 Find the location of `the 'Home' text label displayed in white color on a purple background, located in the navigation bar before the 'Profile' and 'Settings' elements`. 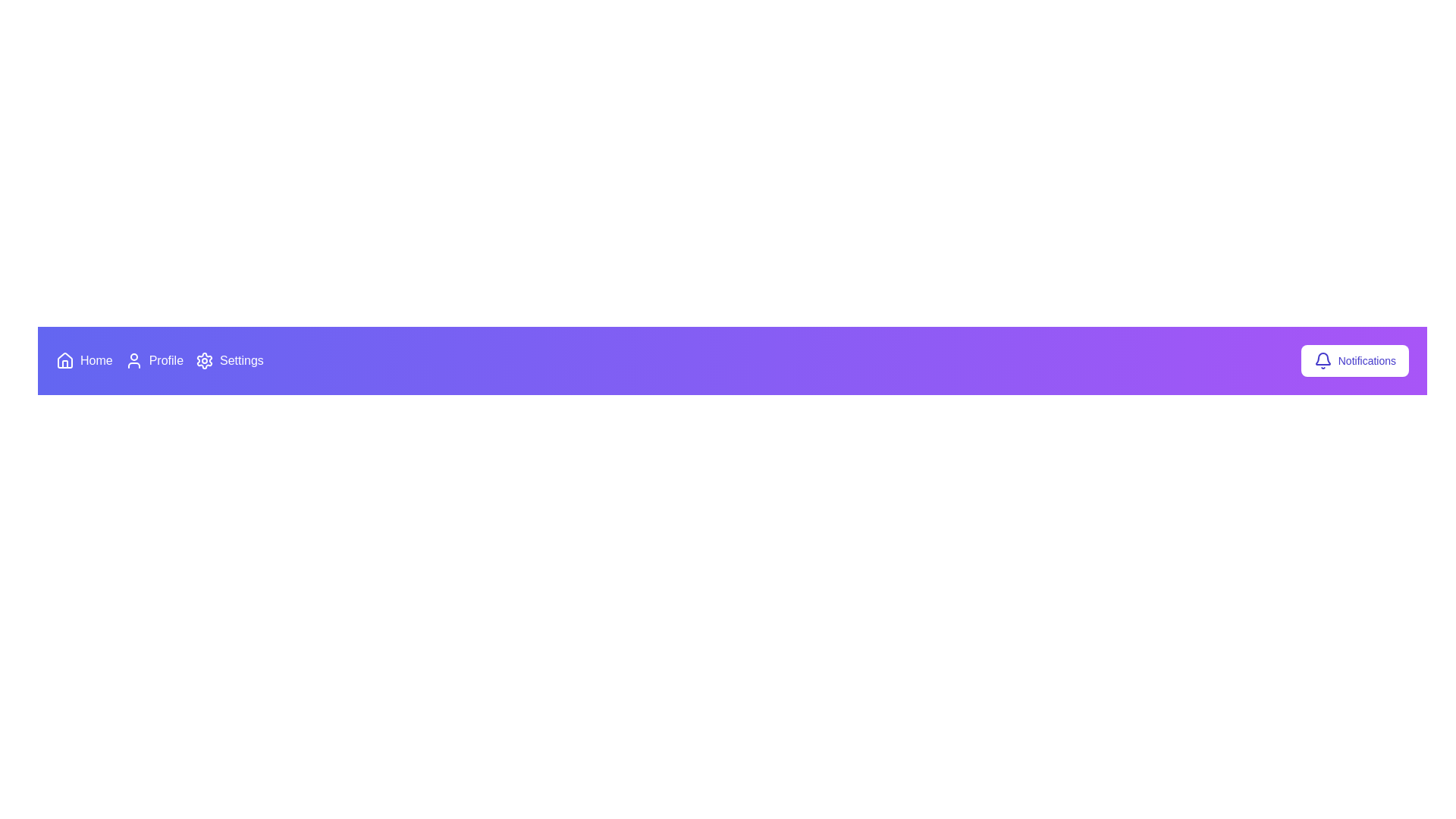

the 'Home' text label displayed in white color on a purple background, located in the navigation bar before the 'Profile' and 'Settings' elements is located at coordinates (96, 360).